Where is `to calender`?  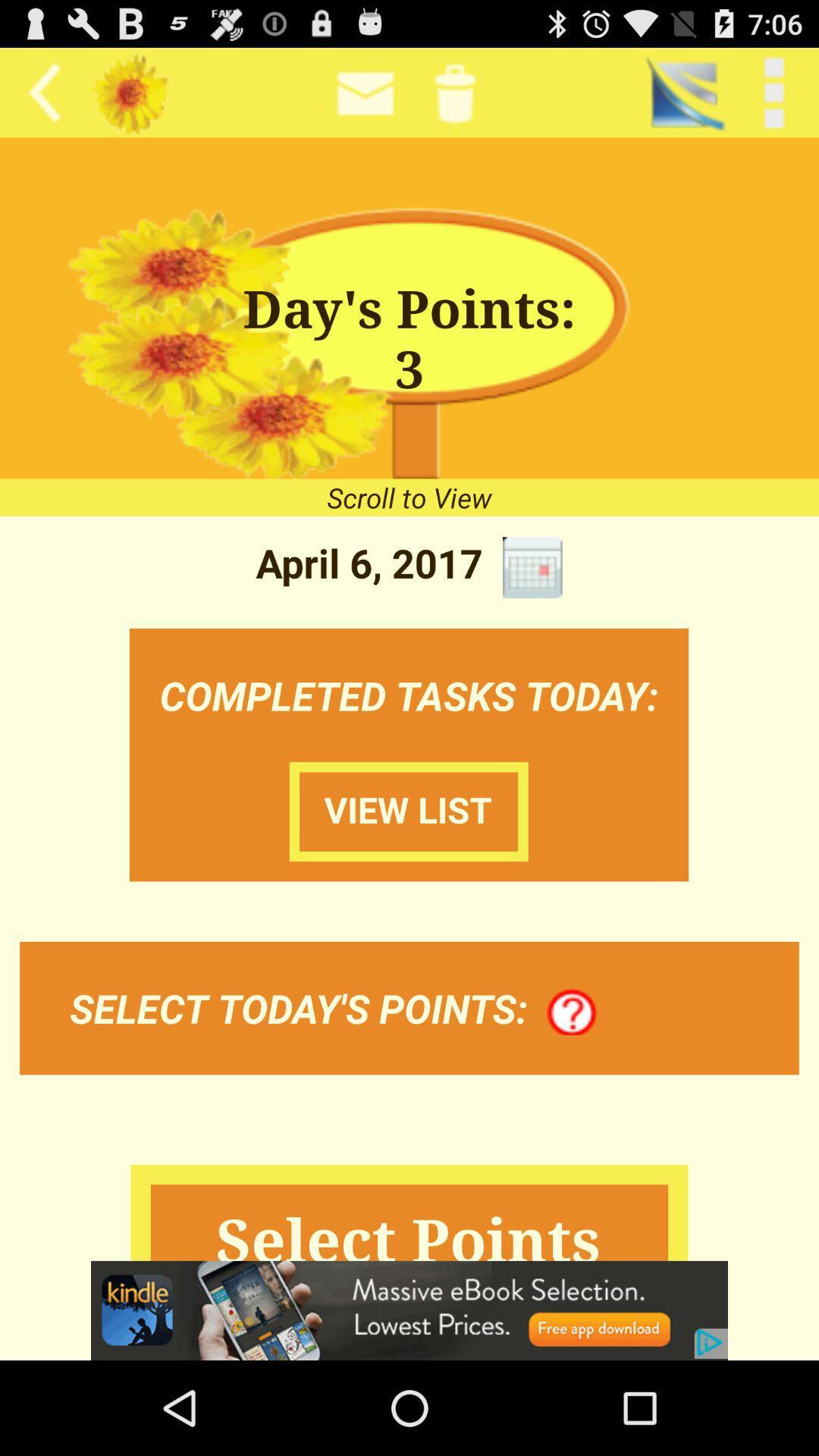 to calender is located at coordinates (532, 566).